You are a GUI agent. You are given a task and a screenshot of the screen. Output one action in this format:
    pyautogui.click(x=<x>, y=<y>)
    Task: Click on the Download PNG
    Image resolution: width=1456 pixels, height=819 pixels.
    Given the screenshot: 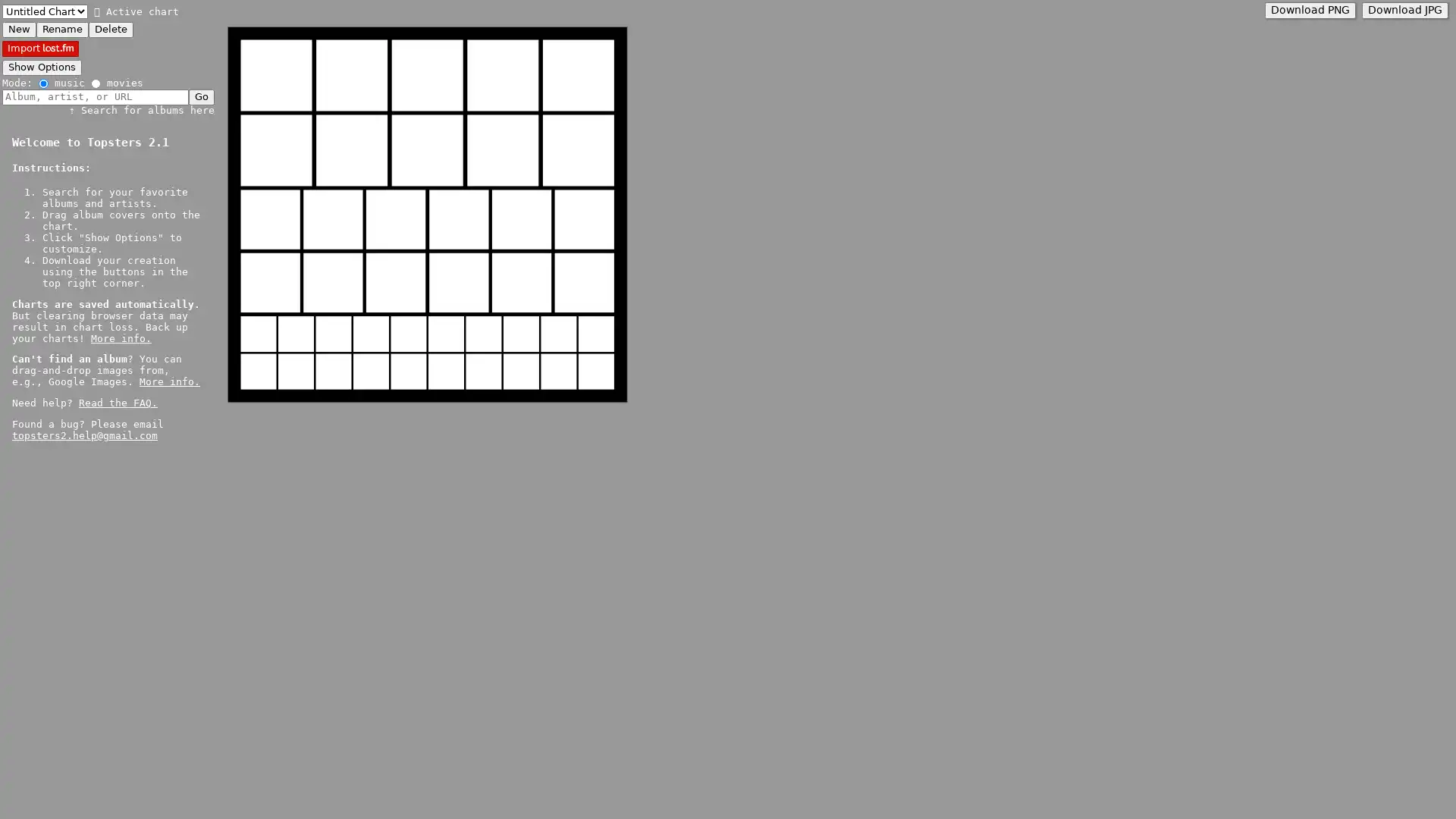 What is the action you would take?
    pyautogui.click(x=1310, y=10)
    